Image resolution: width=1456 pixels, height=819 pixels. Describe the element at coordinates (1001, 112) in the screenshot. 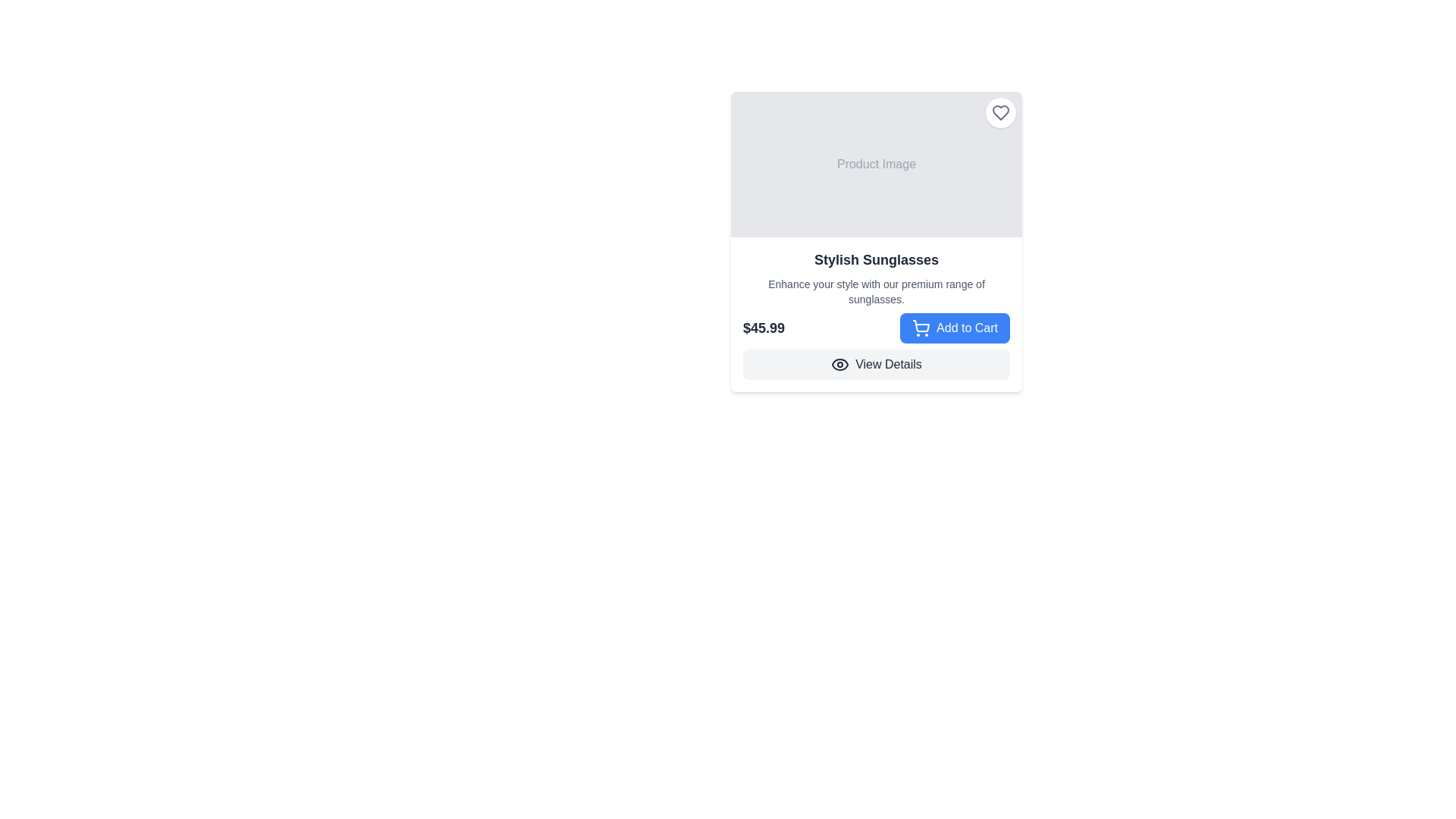

I see `the heart-shaped icon located at the top-right corner of the product card to mark the item as favorite` at that location.